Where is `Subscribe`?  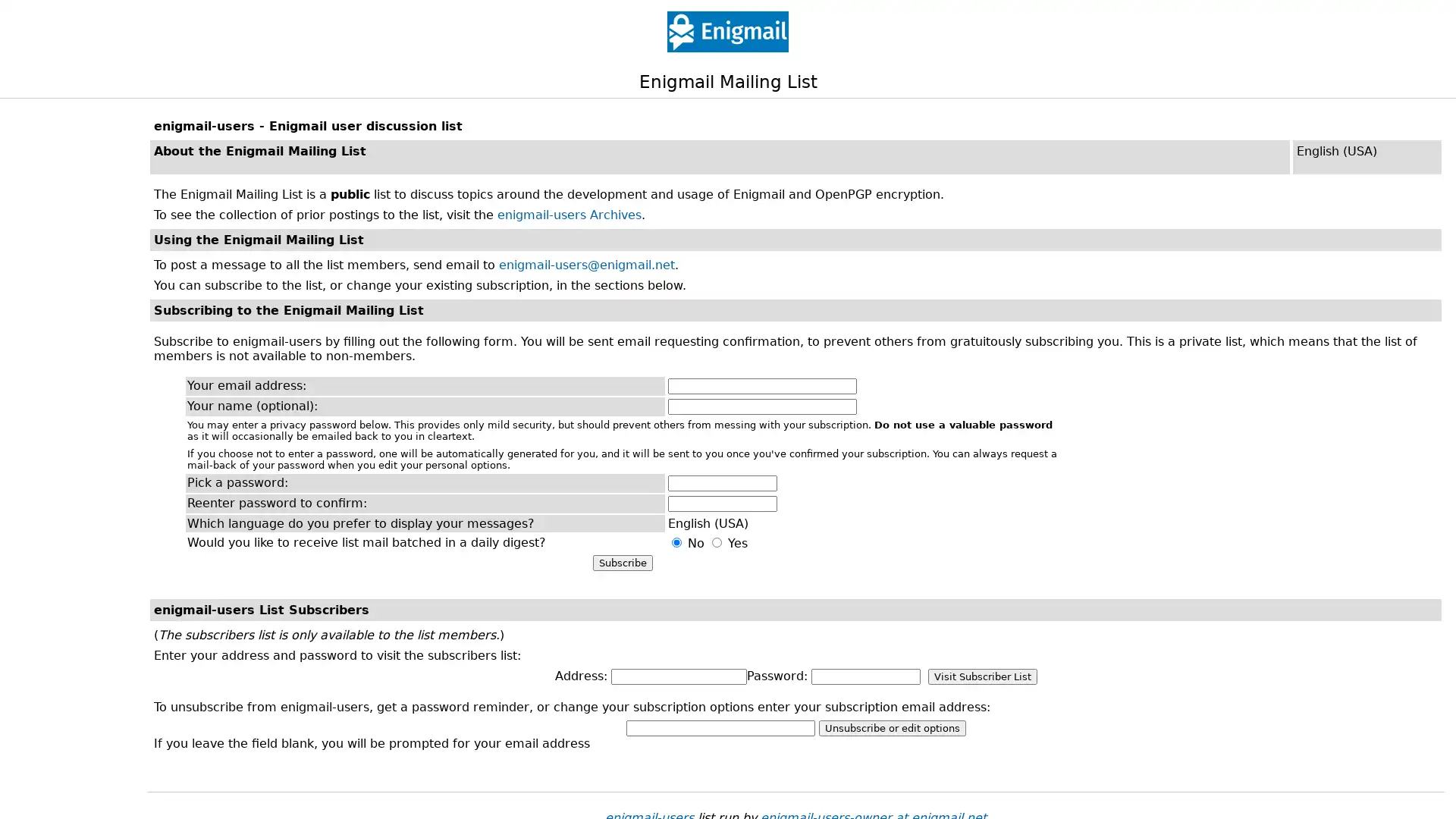
Subscribe is located at coordinates (623, 563).